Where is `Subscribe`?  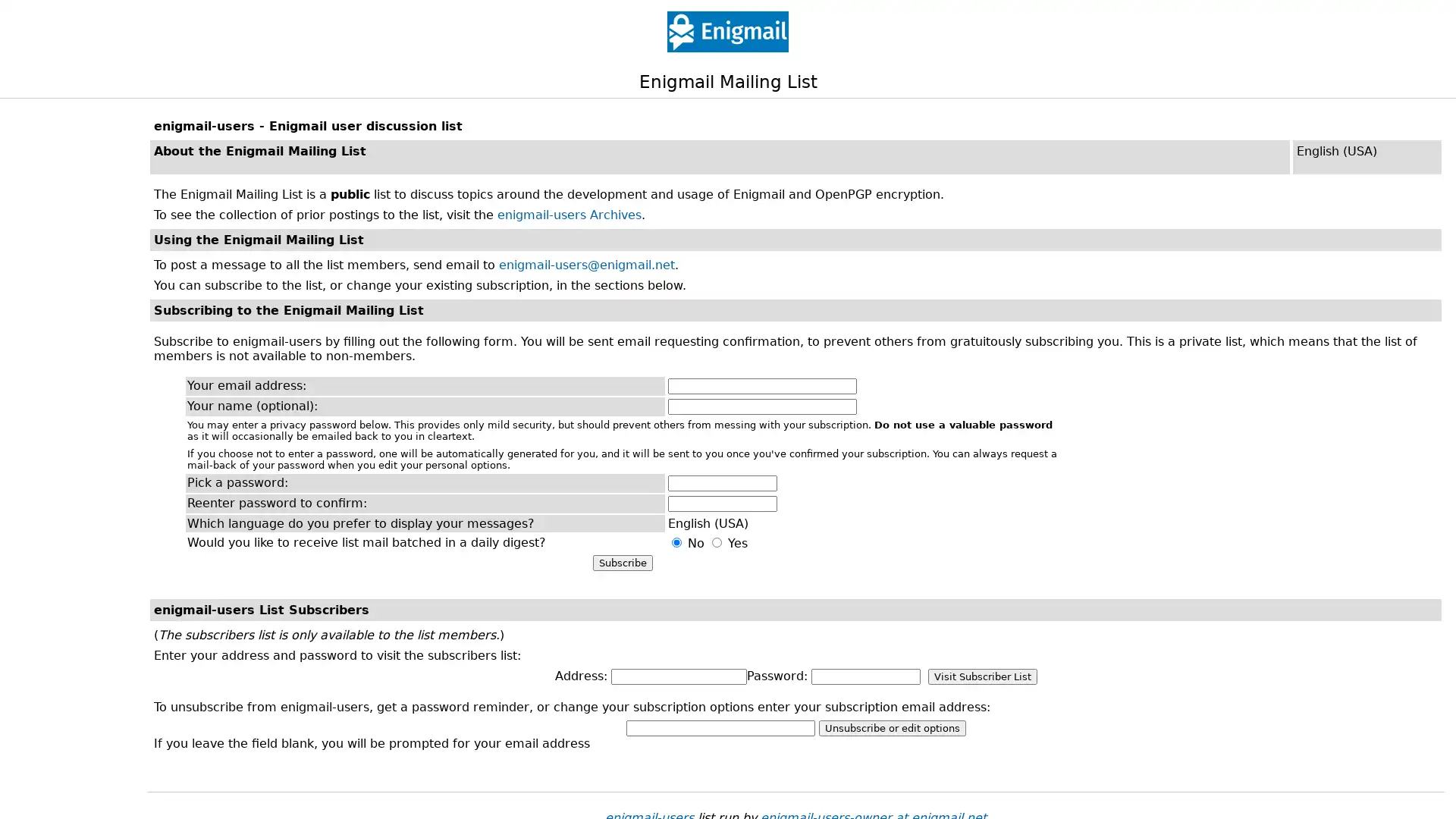
Subscribe is located at coordinates (623, 563).